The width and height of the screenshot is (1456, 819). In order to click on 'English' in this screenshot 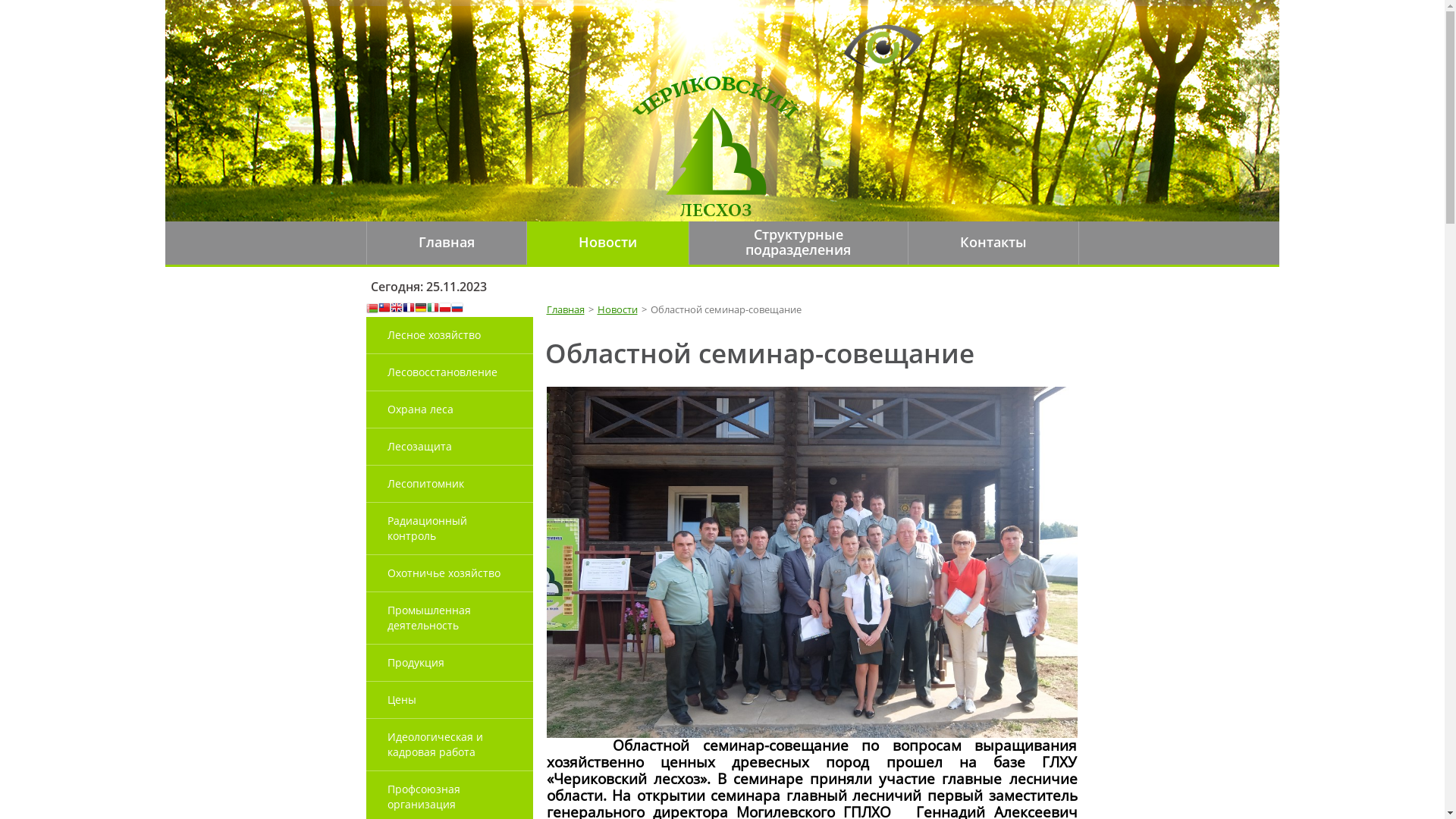, I will do `click(396, 308)`.